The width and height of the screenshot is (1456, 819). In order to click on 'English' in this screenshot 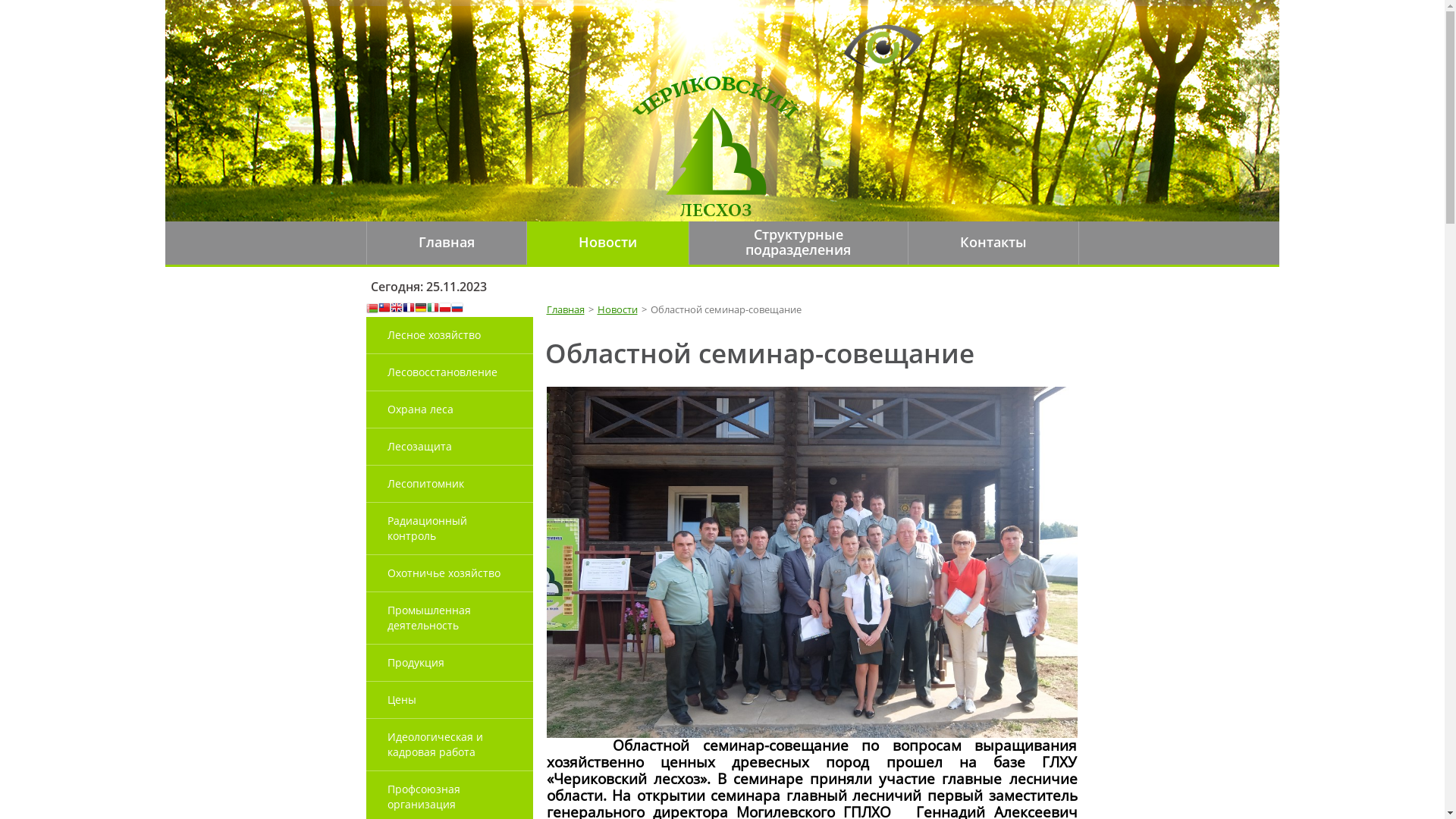, I will do `click(396, 308)`.